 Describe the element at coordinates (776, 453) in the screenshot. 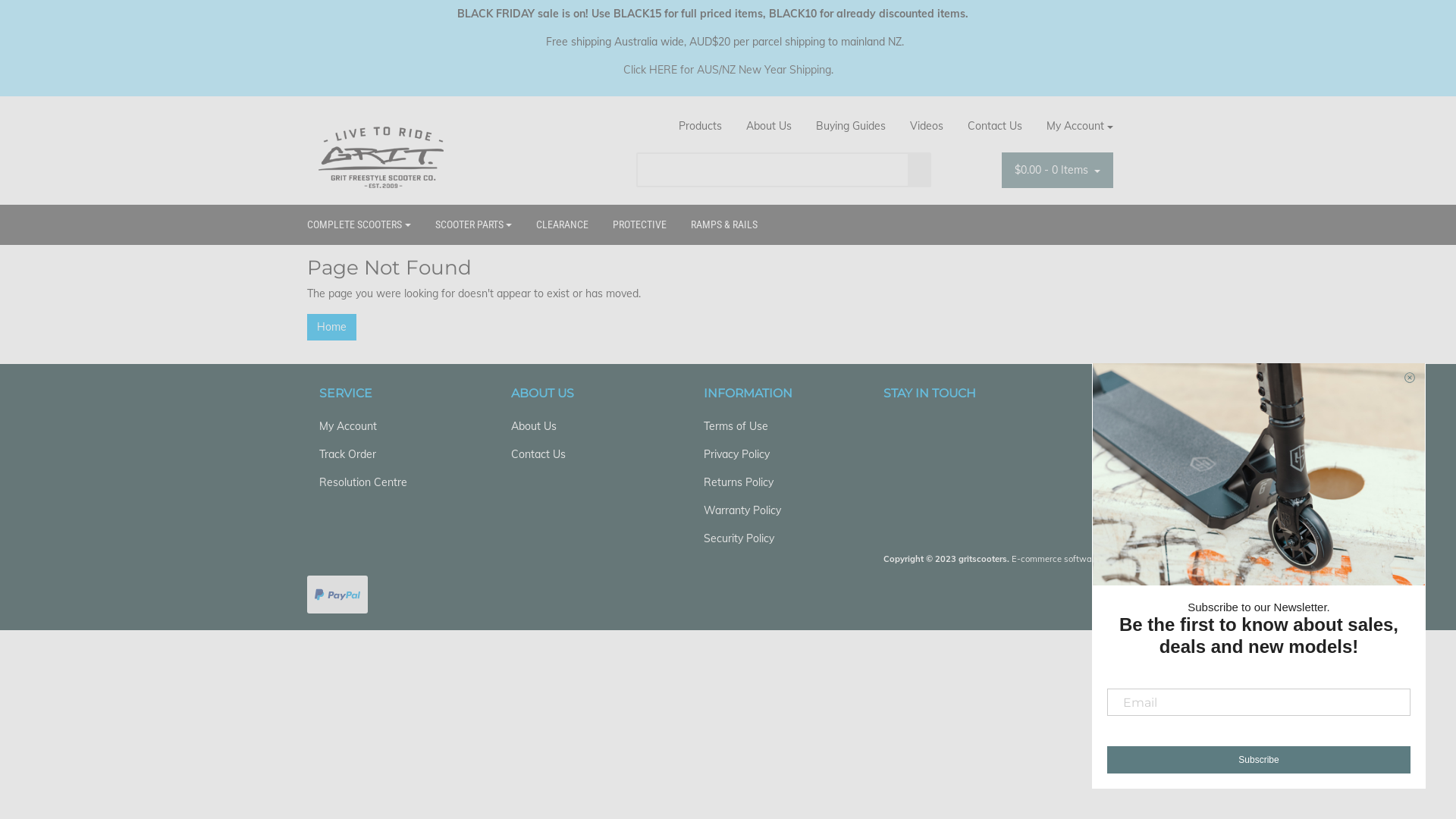

I see `'Privacy Policy'` at that location.